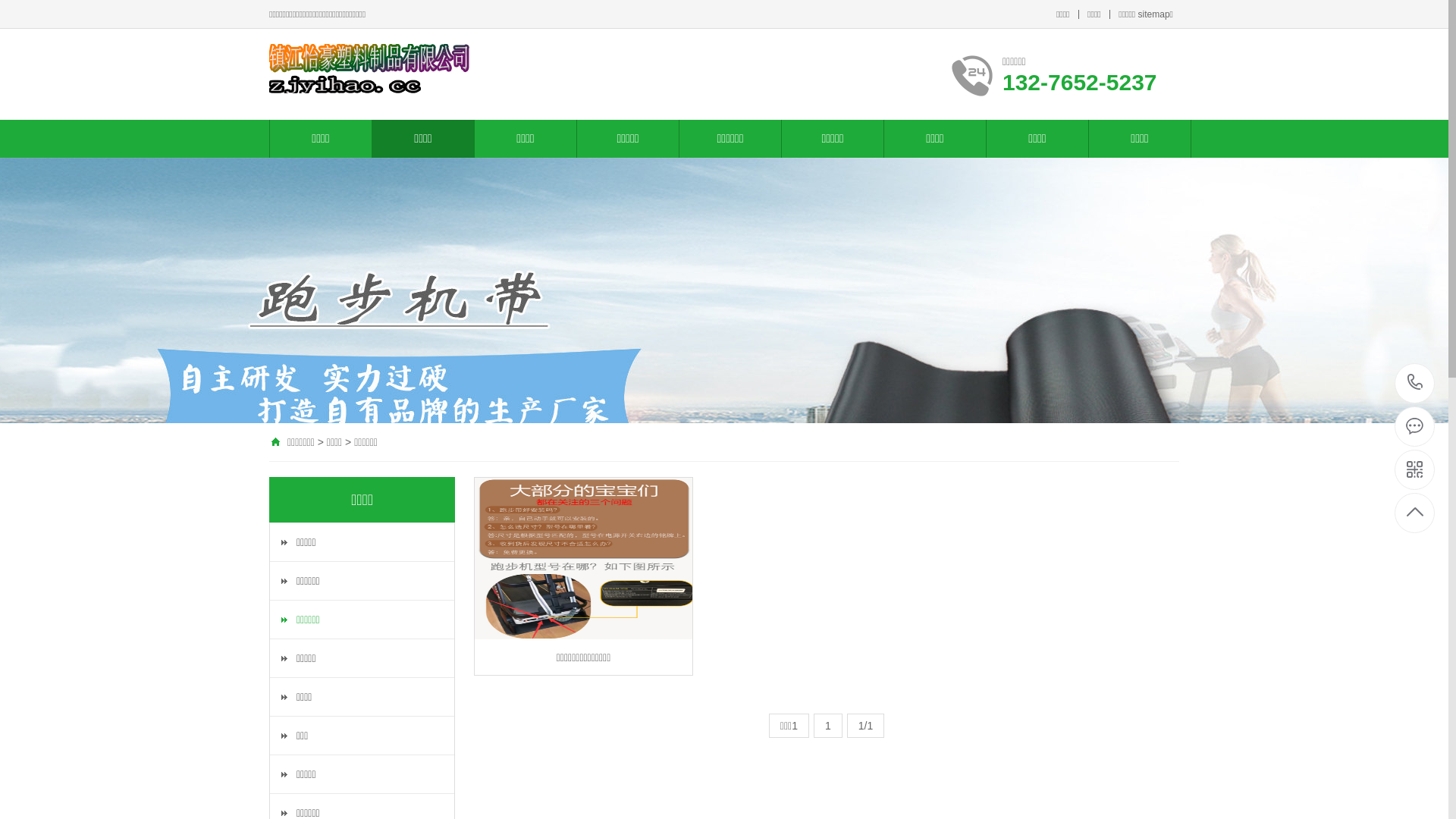 The height and width of the screenshot is (819, 1456). What do you see at coordinates (1153, 14) in the screenshot?
I see `'sitemap'` at bounding box center [1153, 14].